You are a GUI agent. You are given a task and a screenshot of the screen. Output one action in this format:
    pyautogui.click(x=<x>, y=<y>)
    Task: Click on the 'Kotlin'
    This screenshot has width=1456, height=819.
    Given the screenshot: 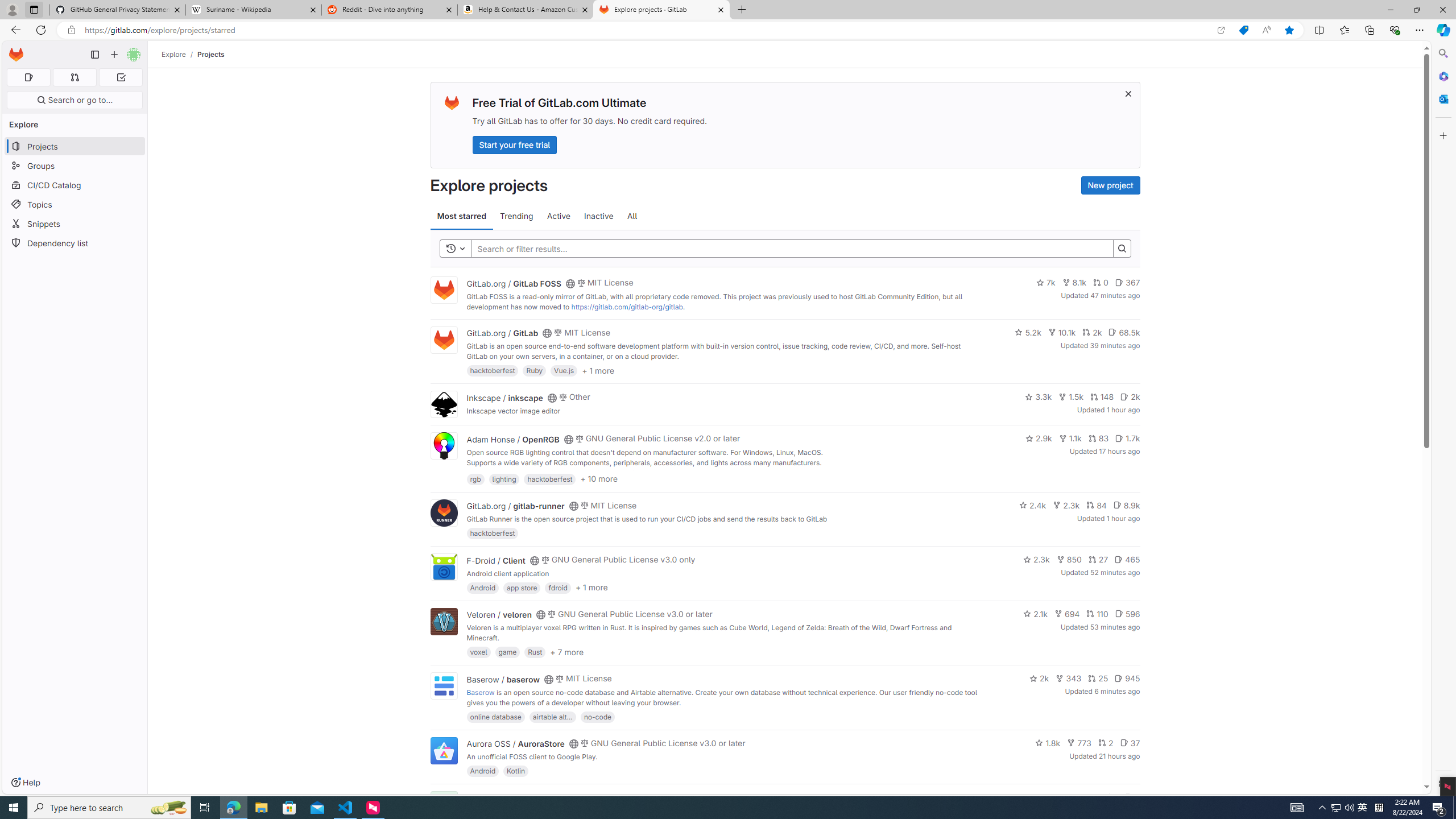 What is the action you would take?
    pyautogui.click(x=515, y=771)
    